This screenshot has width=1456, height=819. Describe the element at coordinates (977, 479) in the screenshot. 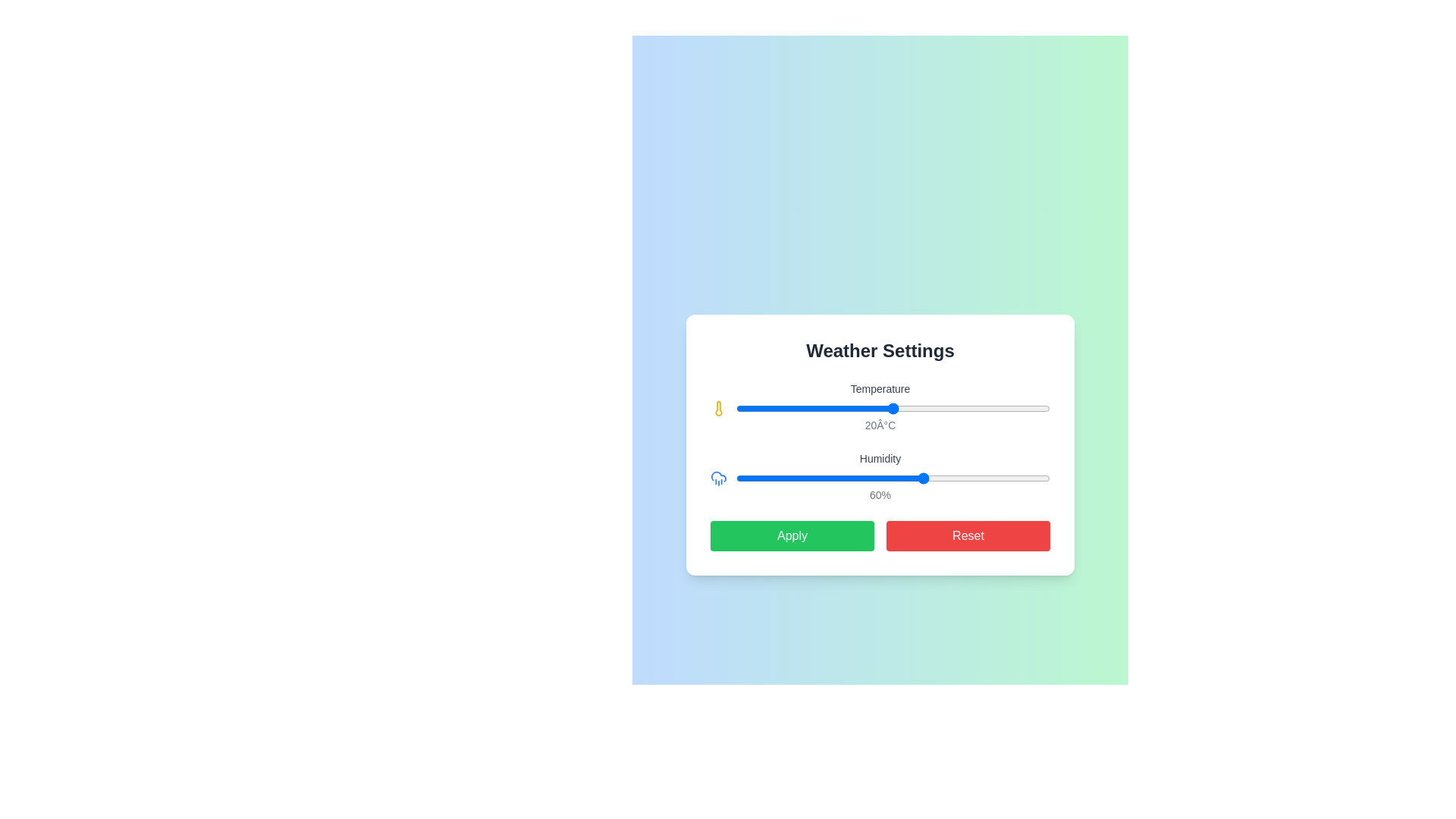

I see `humidity` at that location.